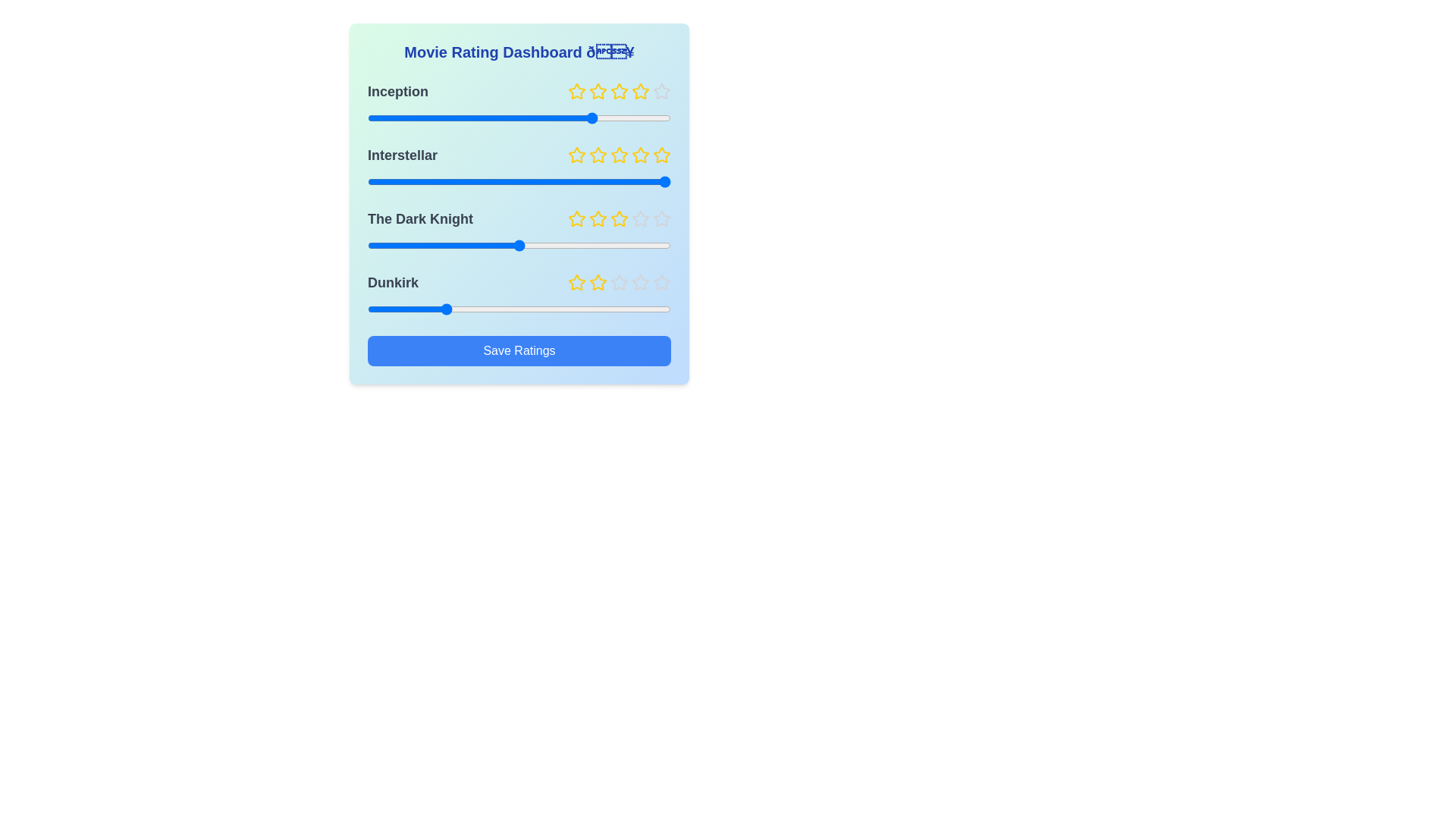  What do you see at coordinates (662, 91) in the screenshot?
I see `the rating for a movie to 5 stars by clicking on the corresponding star` at bounding box center [662, 91].